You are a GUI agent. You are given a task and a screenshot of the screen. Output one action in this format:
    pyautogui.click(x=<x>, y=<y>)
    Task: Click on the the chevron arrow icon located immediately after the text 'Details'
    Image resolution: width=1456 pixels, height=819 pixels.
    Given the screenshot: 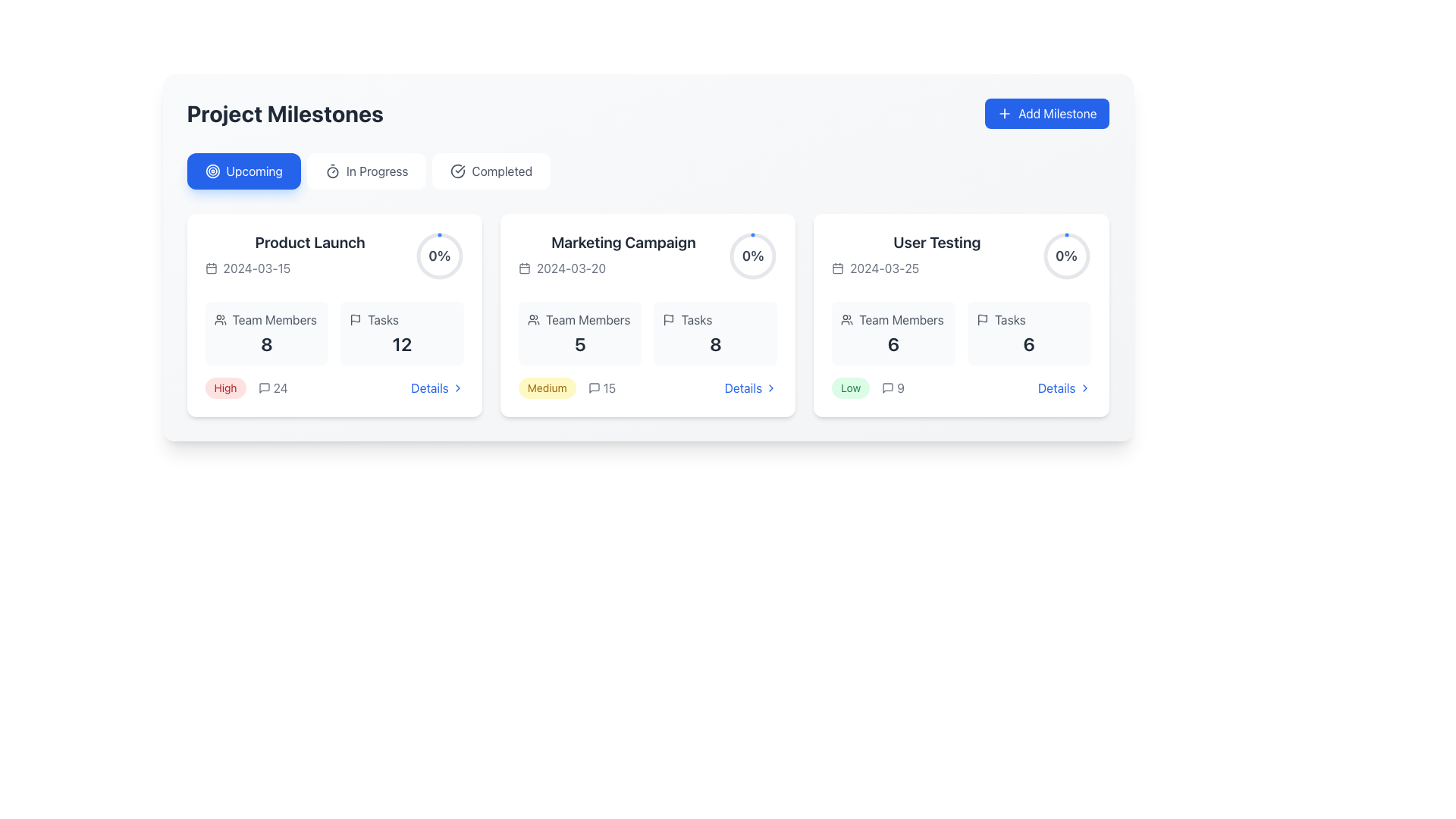 What is the action you would take?
    pyautogui.click(x=457, y=388)
    